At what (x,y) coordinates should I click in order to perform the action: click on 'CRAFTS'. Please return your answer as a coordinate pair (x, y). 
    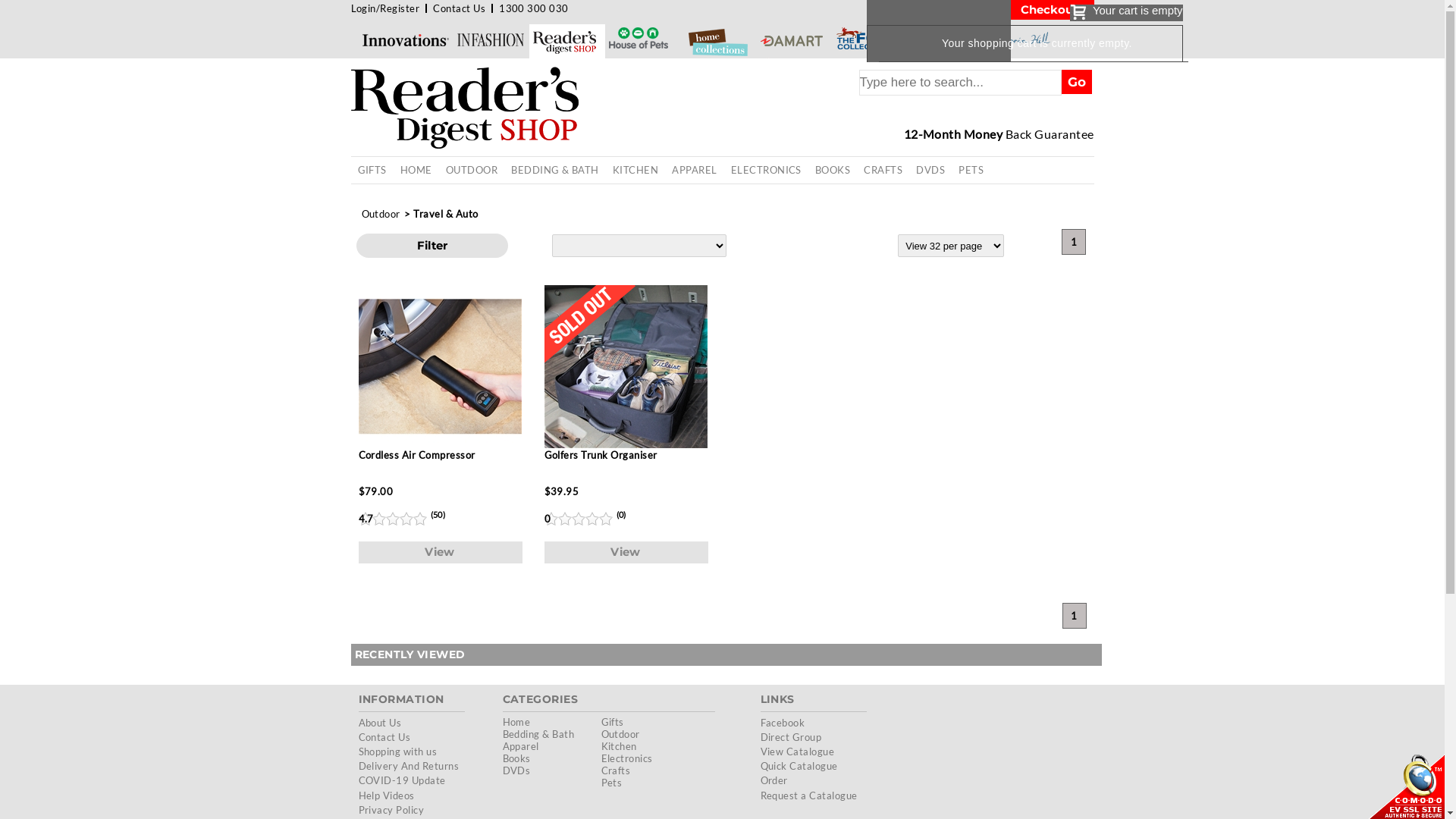
    Looking at the image, I should click on (856, 170).